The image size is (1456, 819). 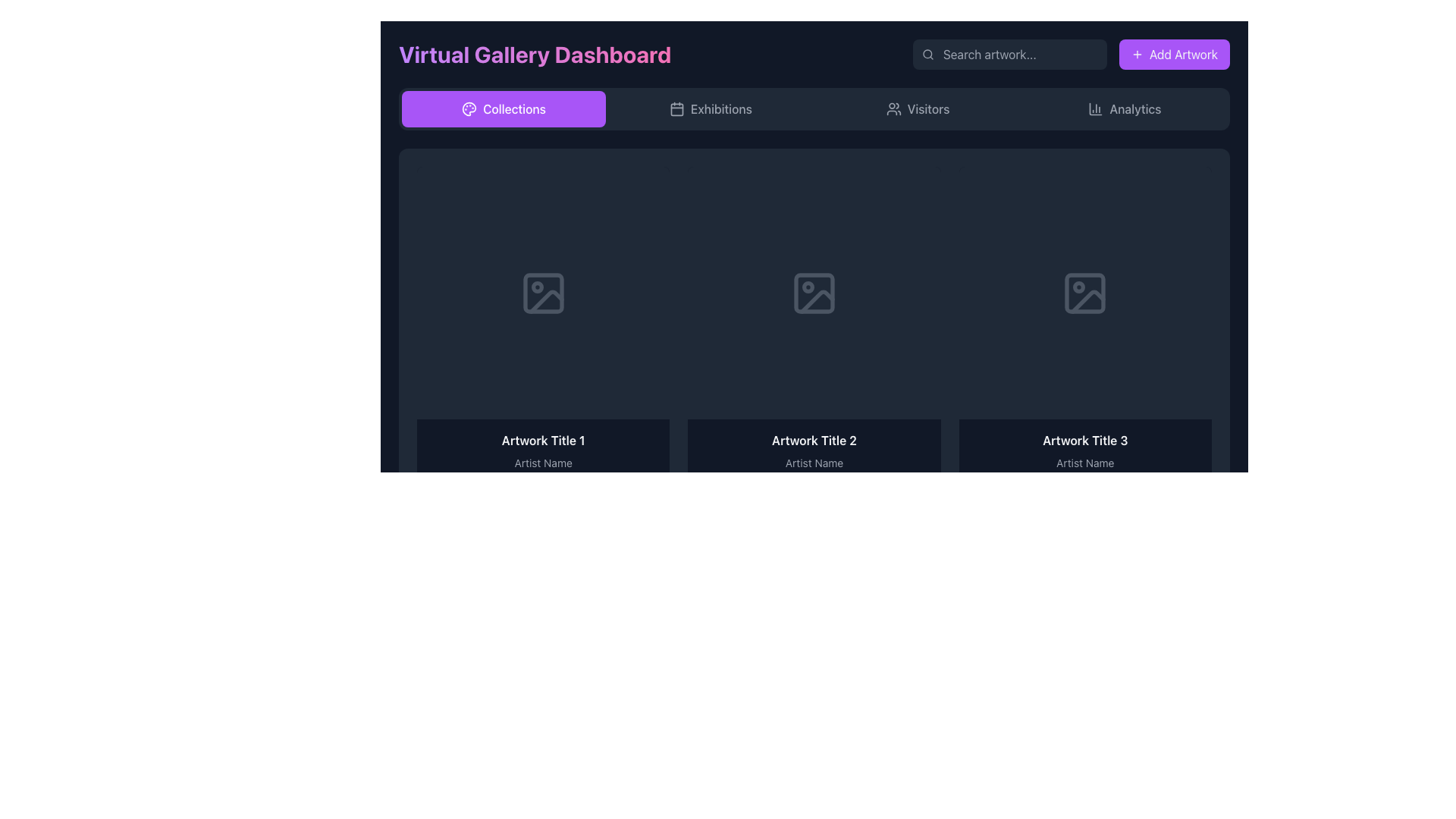 I want to click on the text label displaying 'Artwork Title 1', which is the first title in a structured layout with a dark background, so click(x=543, y=441).